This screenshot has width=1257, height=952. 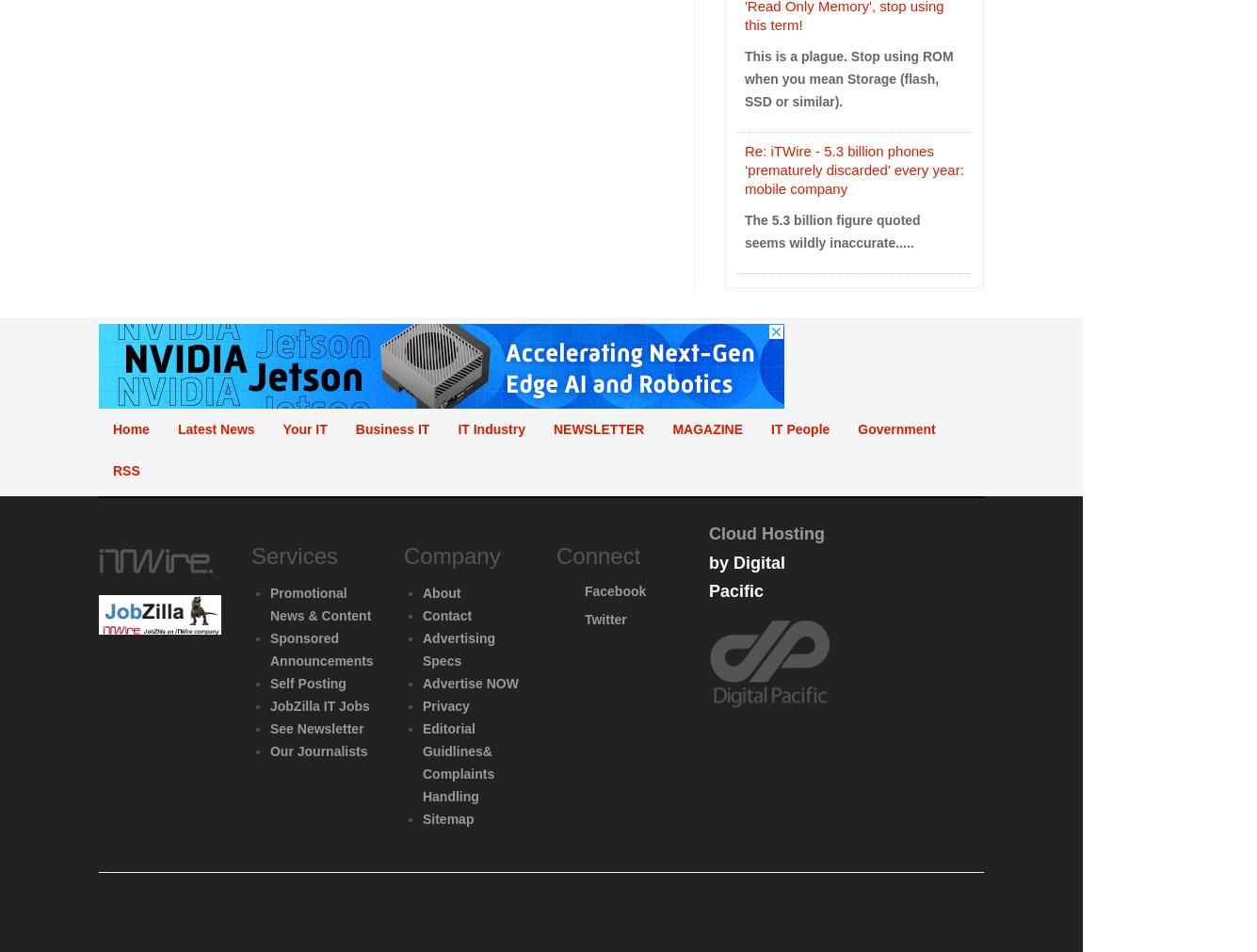 What do you see at coordinates (391, 427) in the screenshot?
I see `'Business IT'` at bounding box center [391, 427].